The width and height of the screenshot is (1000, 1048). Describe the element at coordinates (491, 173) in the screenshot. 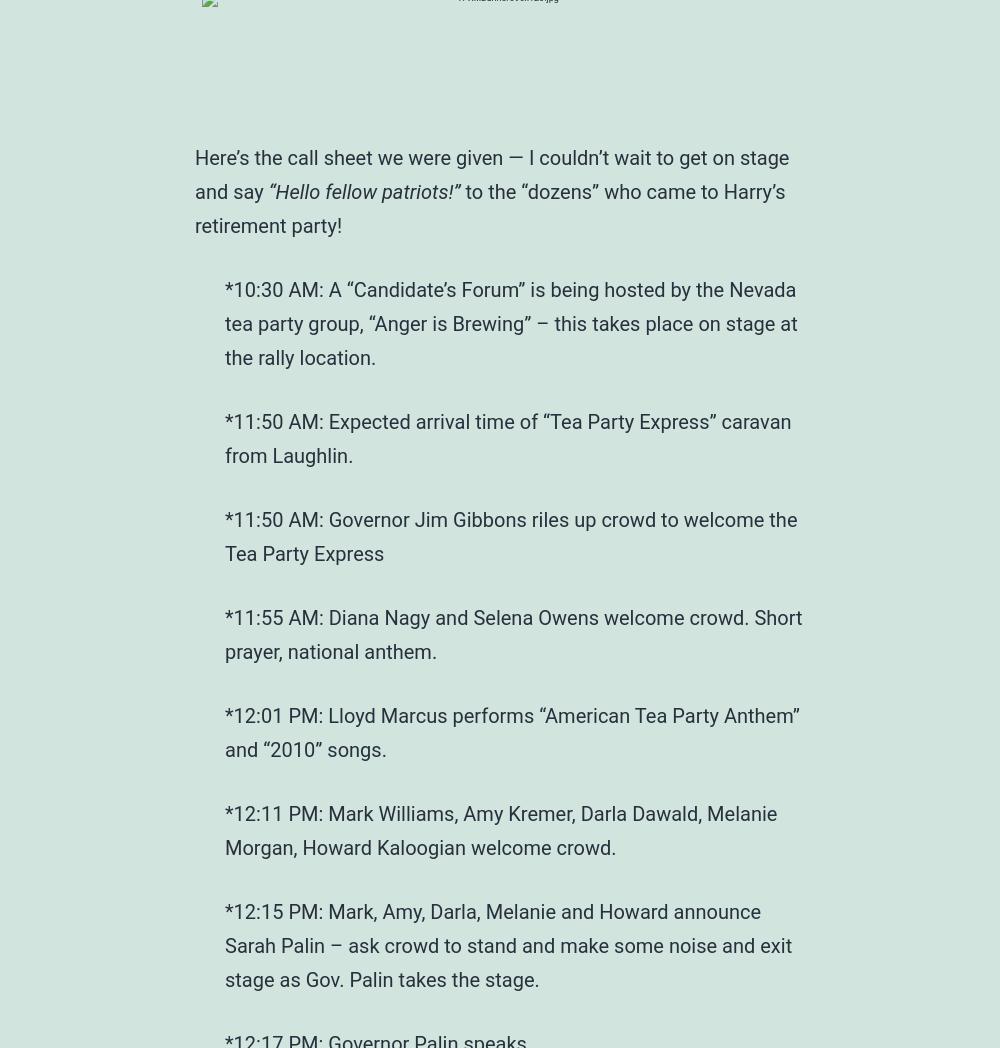

I see `'Here’s the call sheet we were given — I couldn’t wait to get on stage and say'` at that location.